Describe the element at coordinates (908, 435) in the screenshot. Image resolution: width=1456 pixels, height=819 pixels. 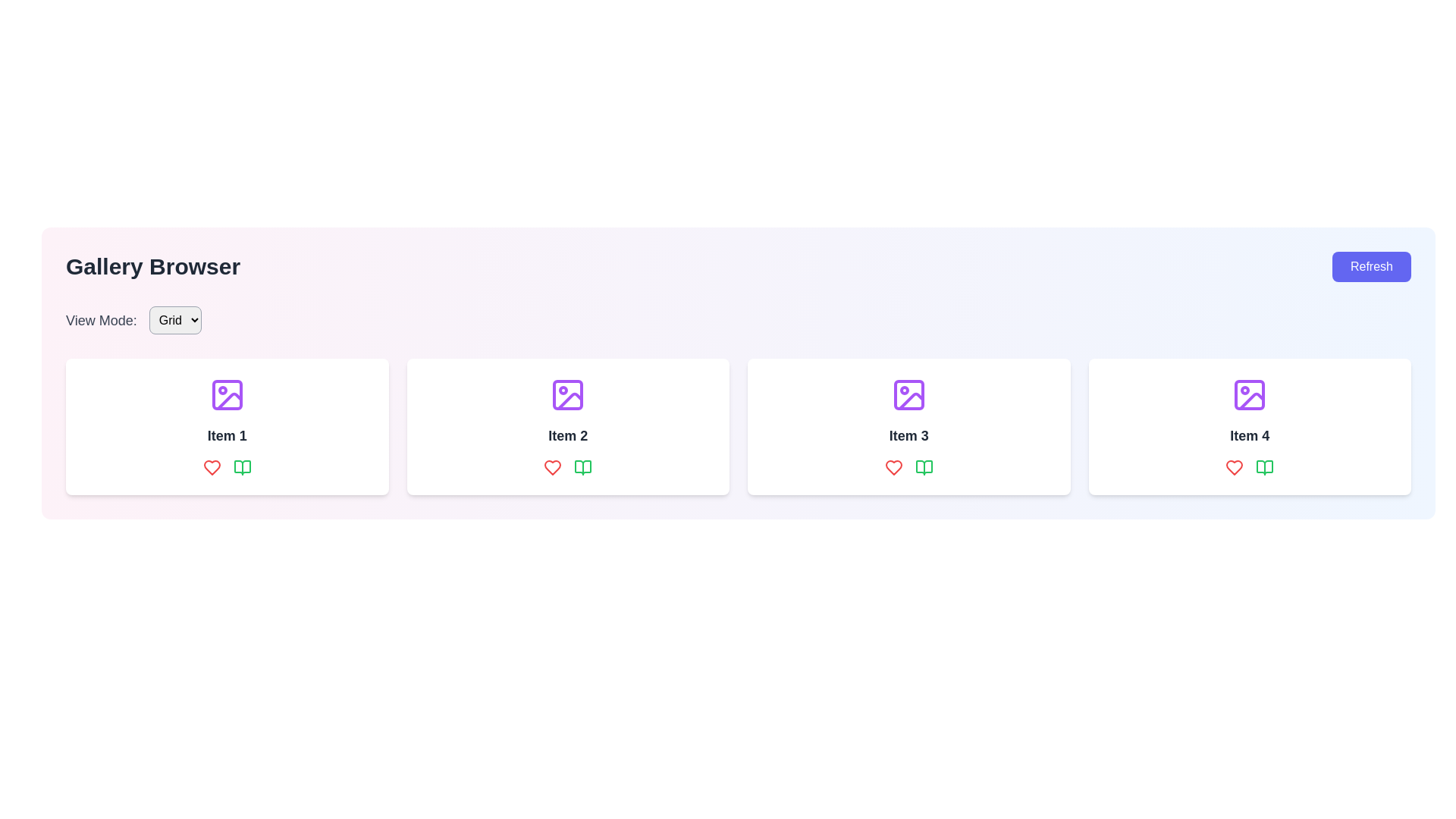
I see `the Label displaying 'Item 3', which is styled with a large, bold font in gray color, located beneath the purple image icon and above the two colored action icons in the third item box of the gallery` at that location.